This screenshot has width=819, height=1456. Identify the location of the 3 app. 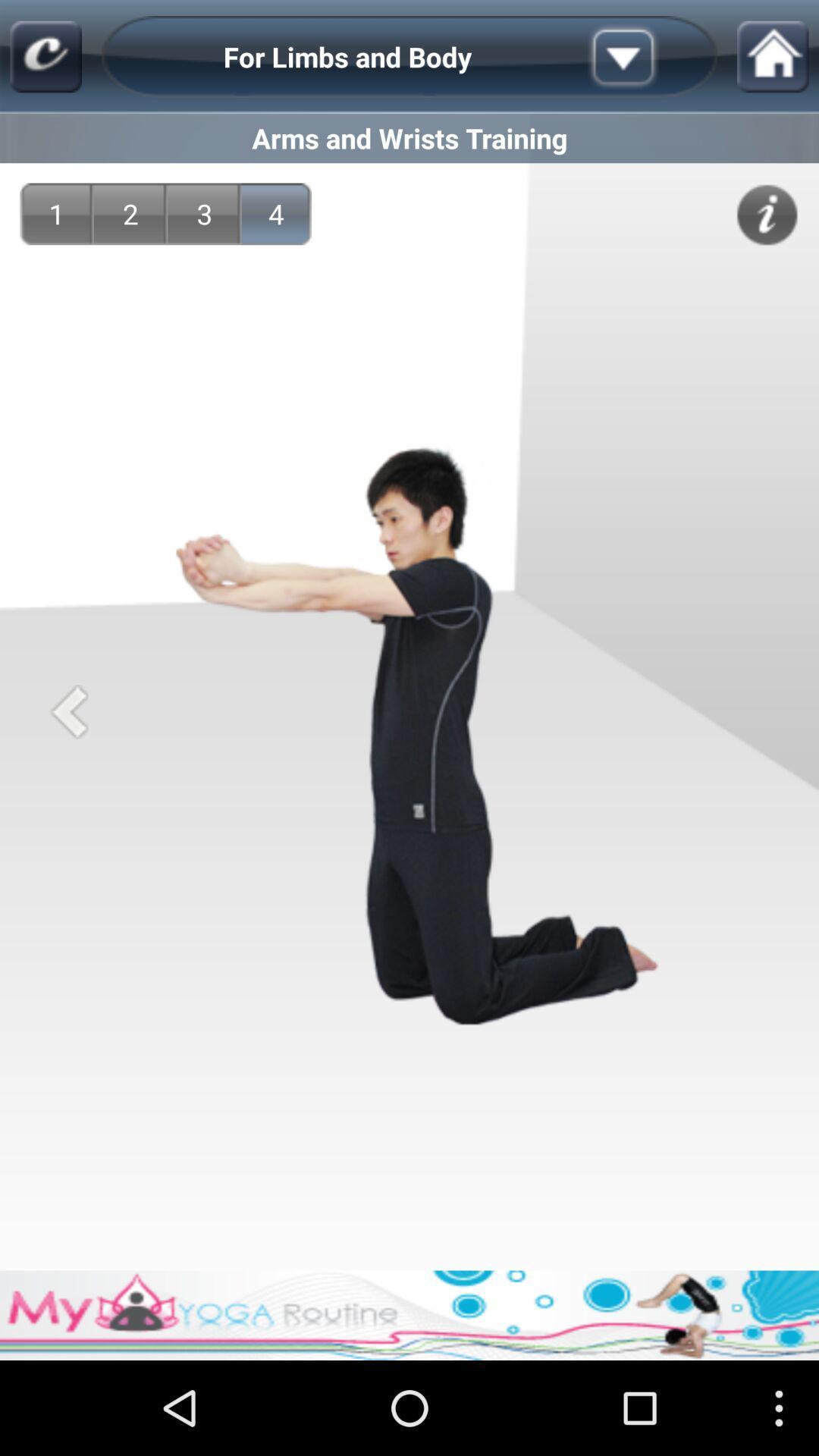
(205, 213).